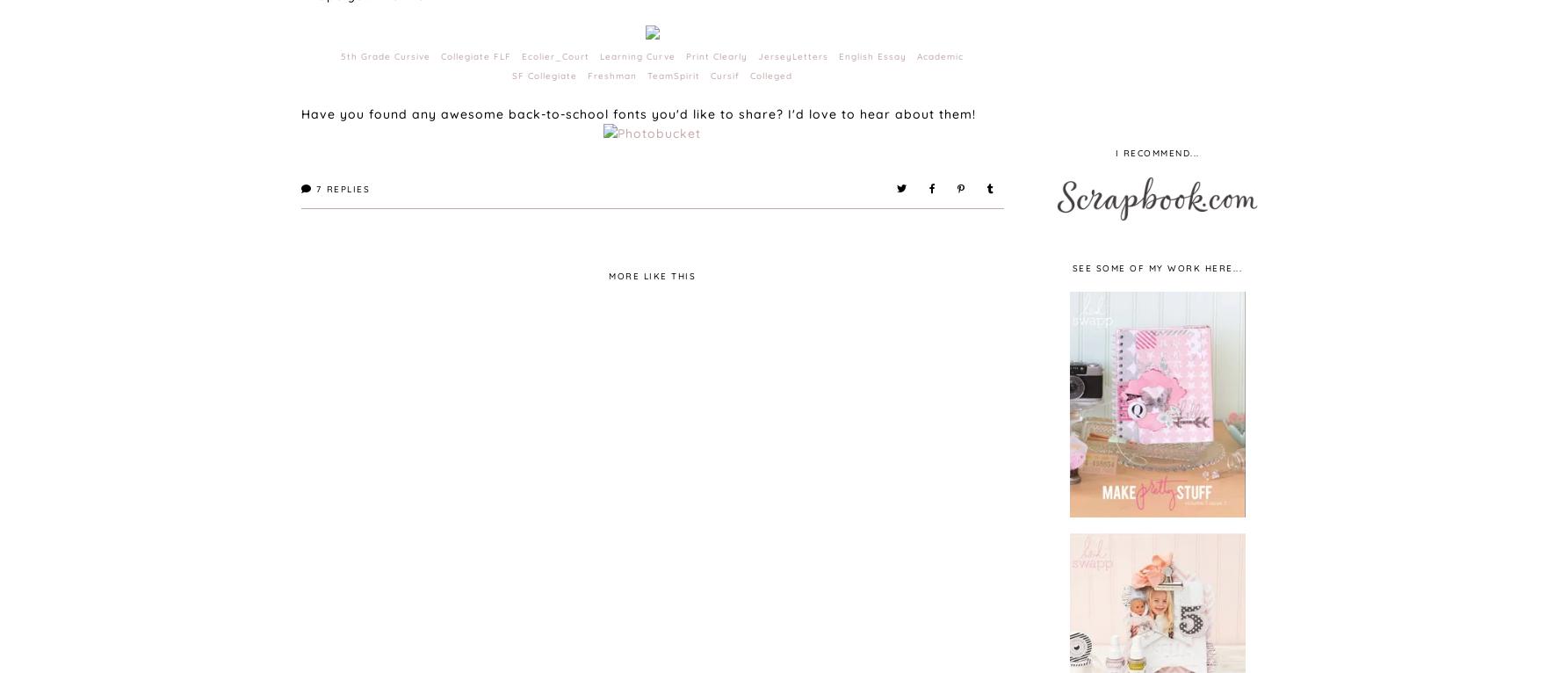 The height and width of the screenshot is (673, 1568). I want to click on 'i recommend...', so click(1113, 151).